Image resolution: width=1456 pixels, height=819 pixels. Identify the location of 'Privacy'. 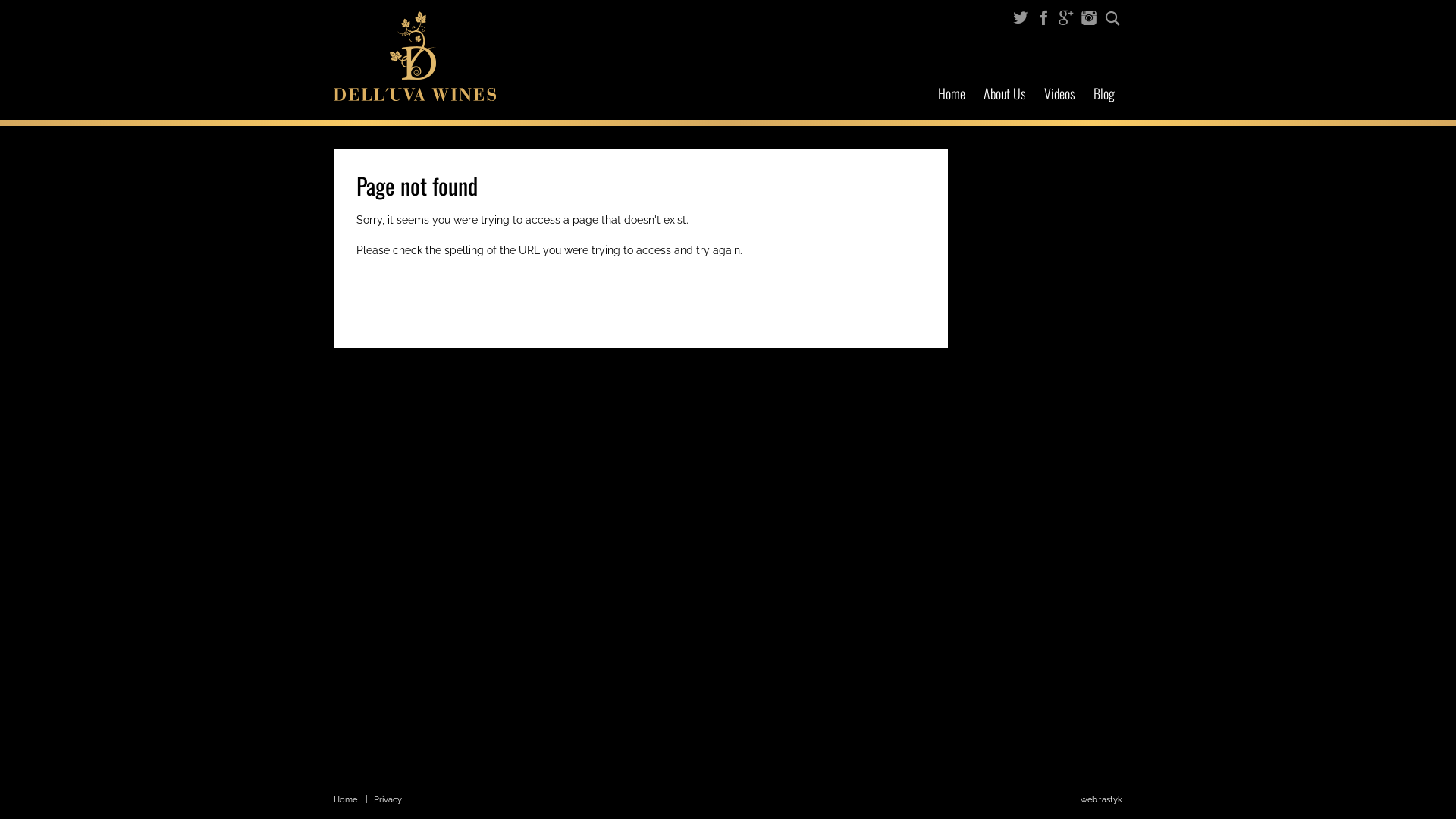
(388, 799).